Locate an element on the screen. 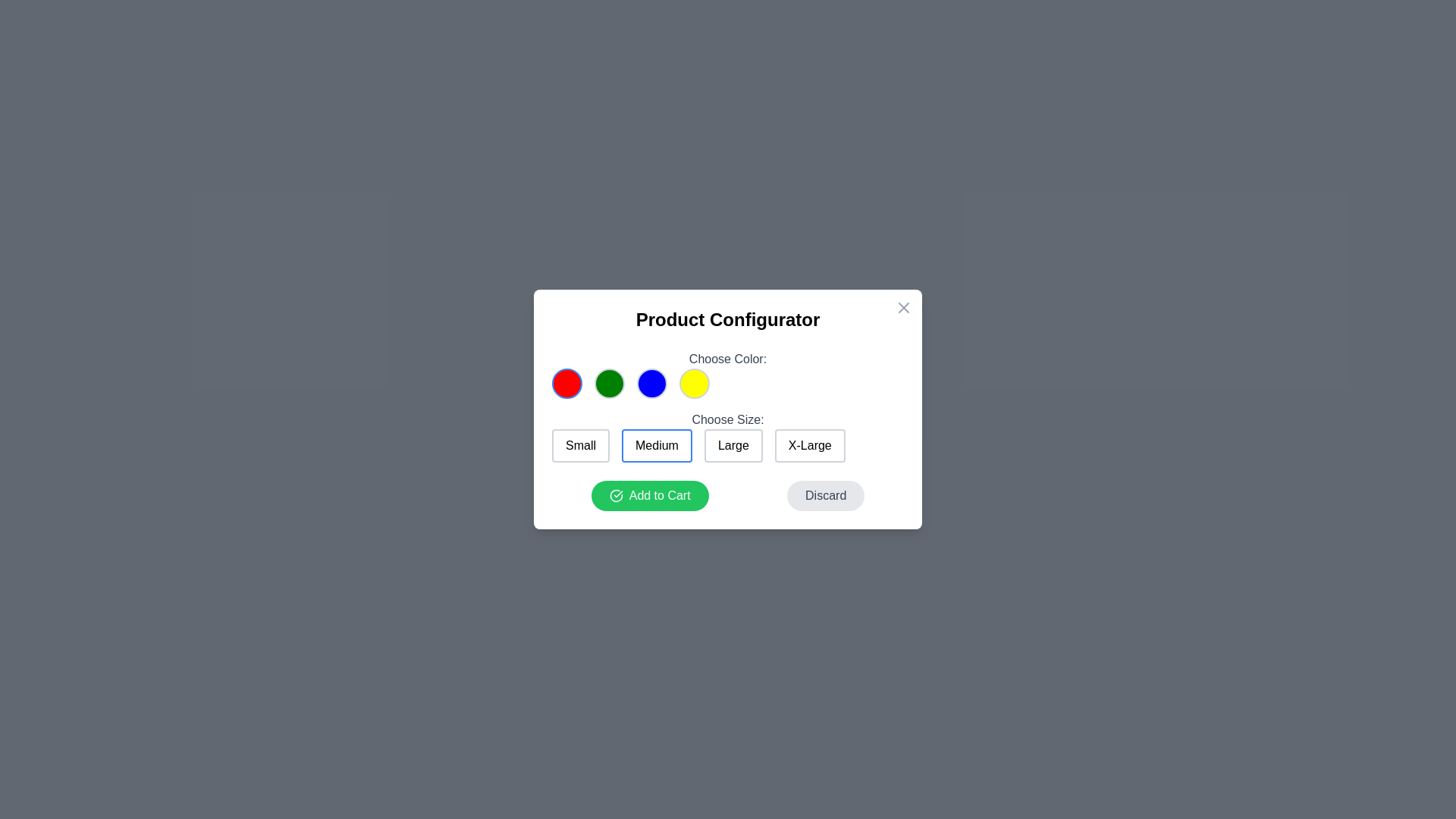 This screenshot has height=819, width=1456. the circular check mark icon with a green background located to the left of the 'Add to Cart' button is located at coordinates (616, 496).